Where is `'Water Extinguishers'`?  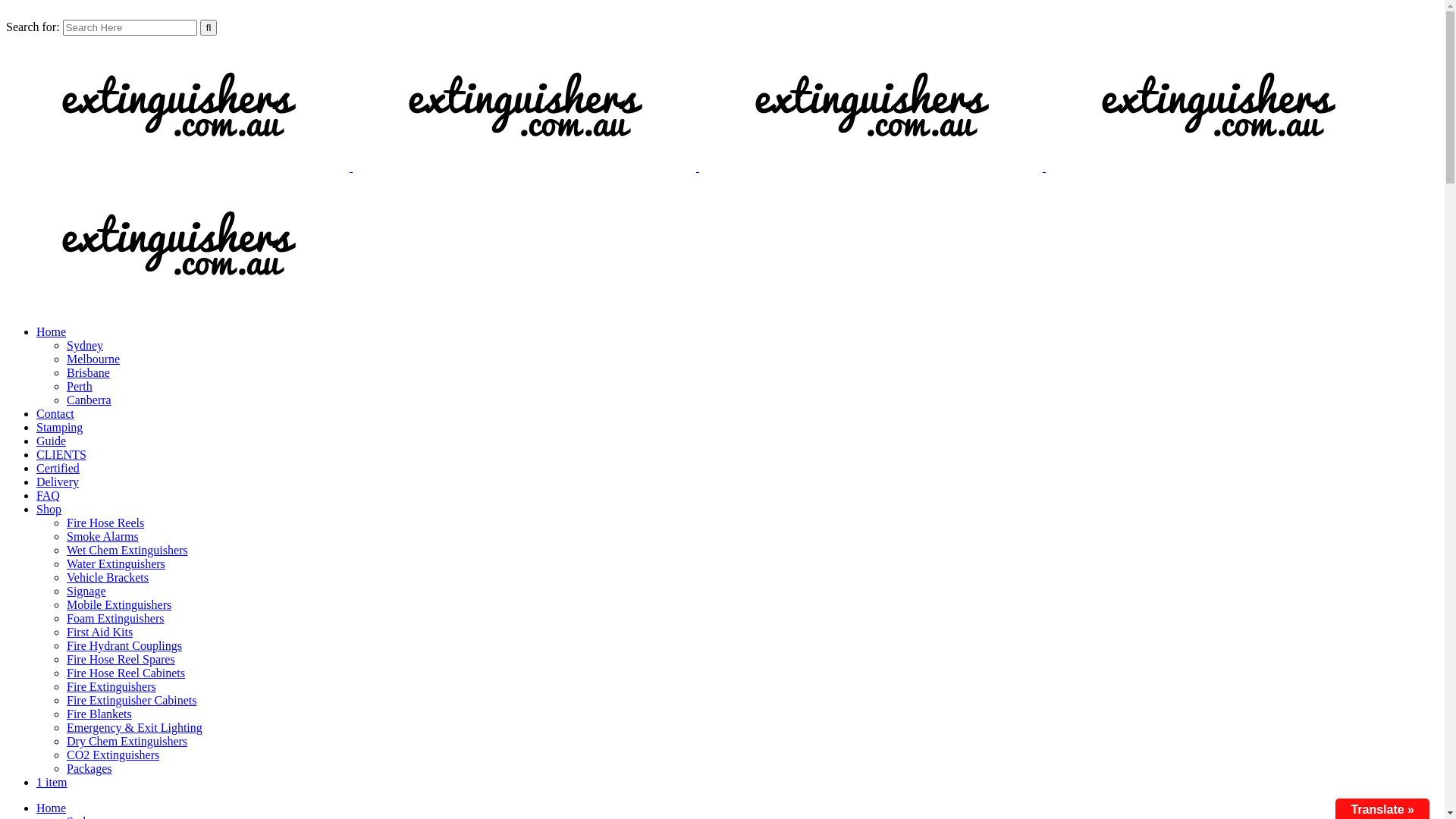 'Water Extinguishers' is located at coordinates (115, 563).